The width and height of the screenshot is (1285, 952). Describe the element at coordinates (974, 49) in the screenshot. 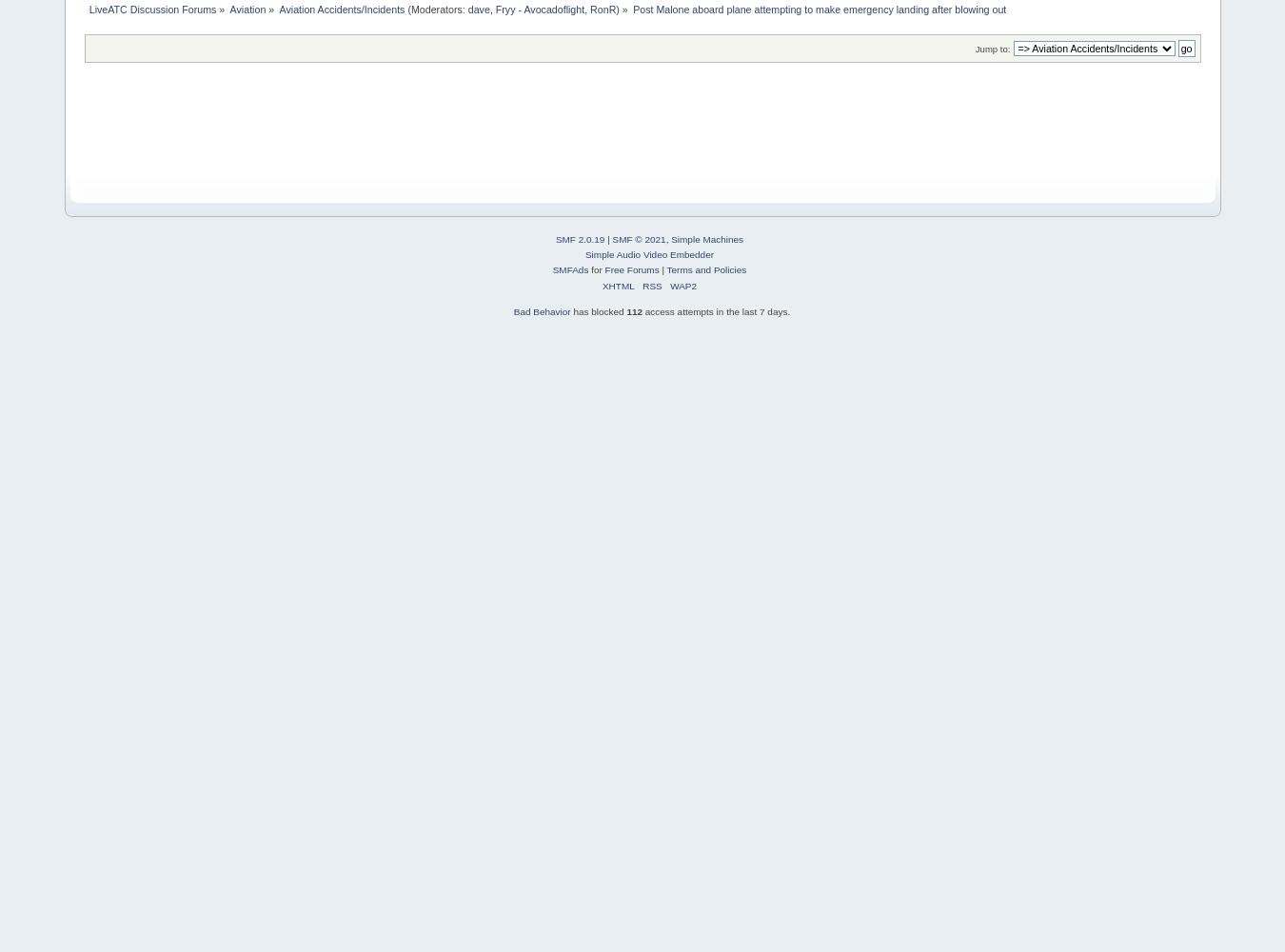

I see `'Jump to:'` at that location.